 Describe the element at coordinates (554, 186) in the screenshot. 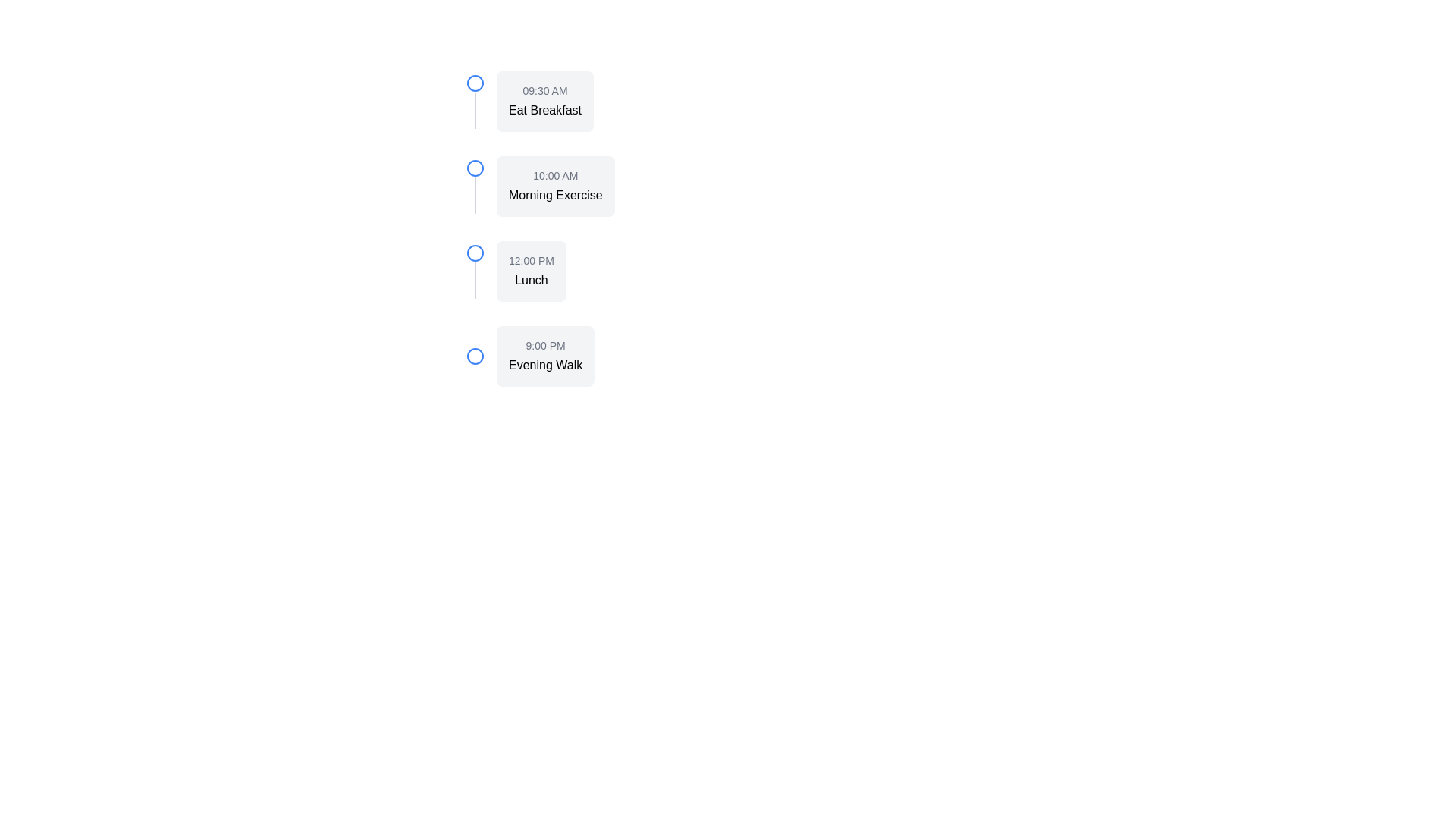

I see `the second card in the vertical timeline that displays '10:00 AM' and 'Morning Exercise'` at that location.